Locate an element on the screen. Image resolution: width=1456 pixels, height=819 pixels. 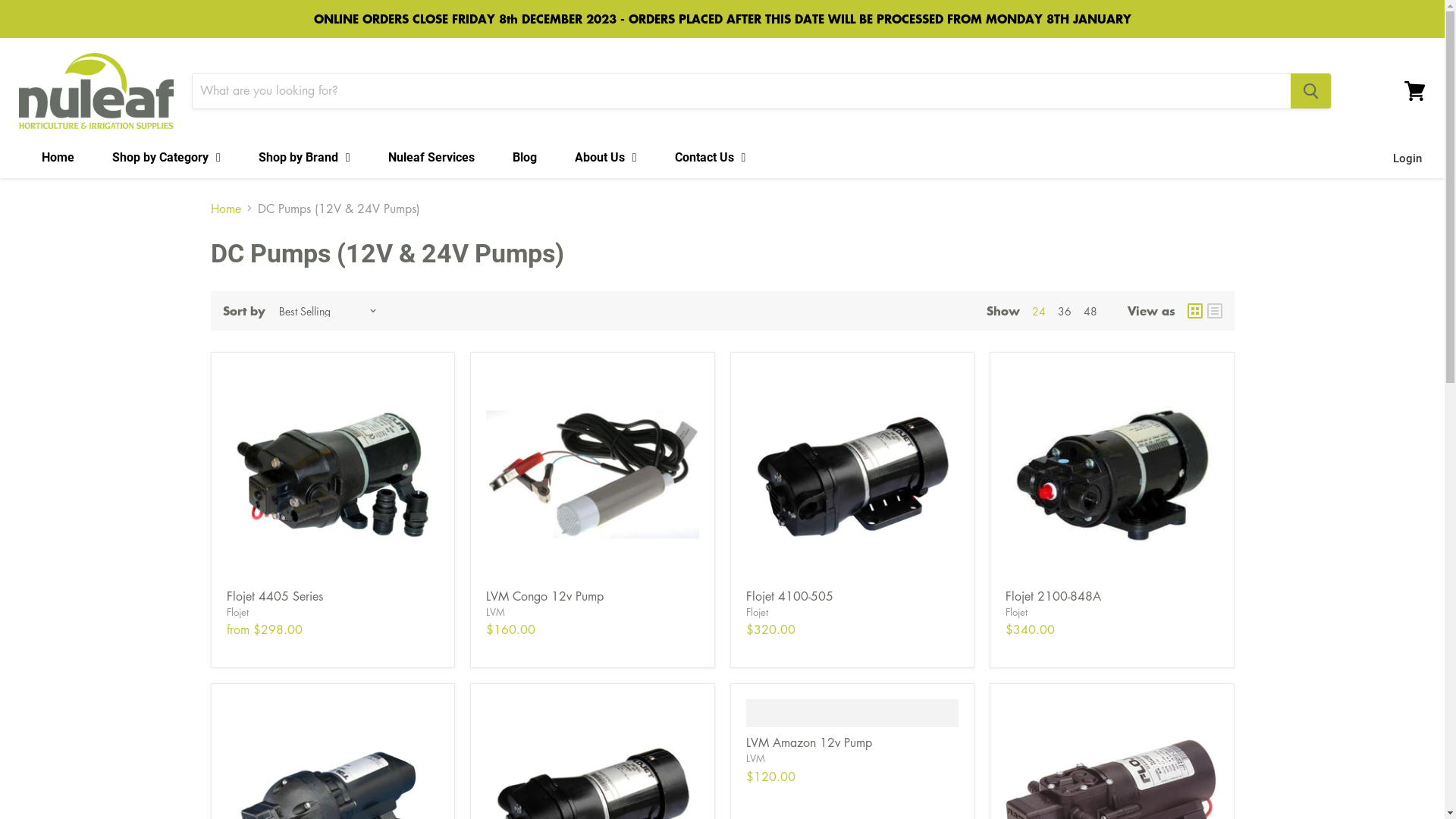
'Contact Us' is located at coordinates (651, 157).